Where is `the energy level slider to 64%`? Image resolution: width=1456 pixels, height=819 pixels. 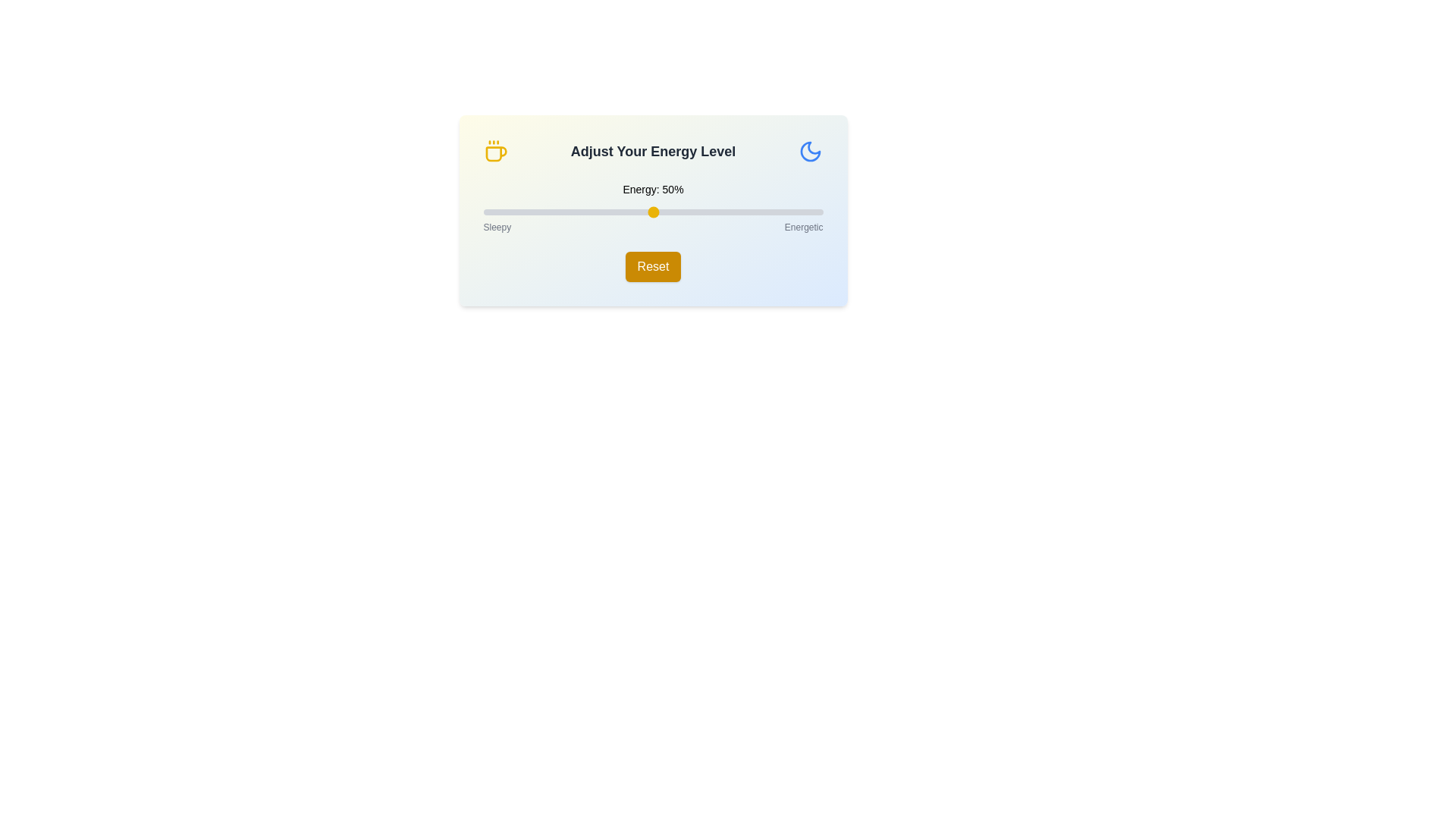 the energy level slider to 64% is located at coordinates (700, 212).